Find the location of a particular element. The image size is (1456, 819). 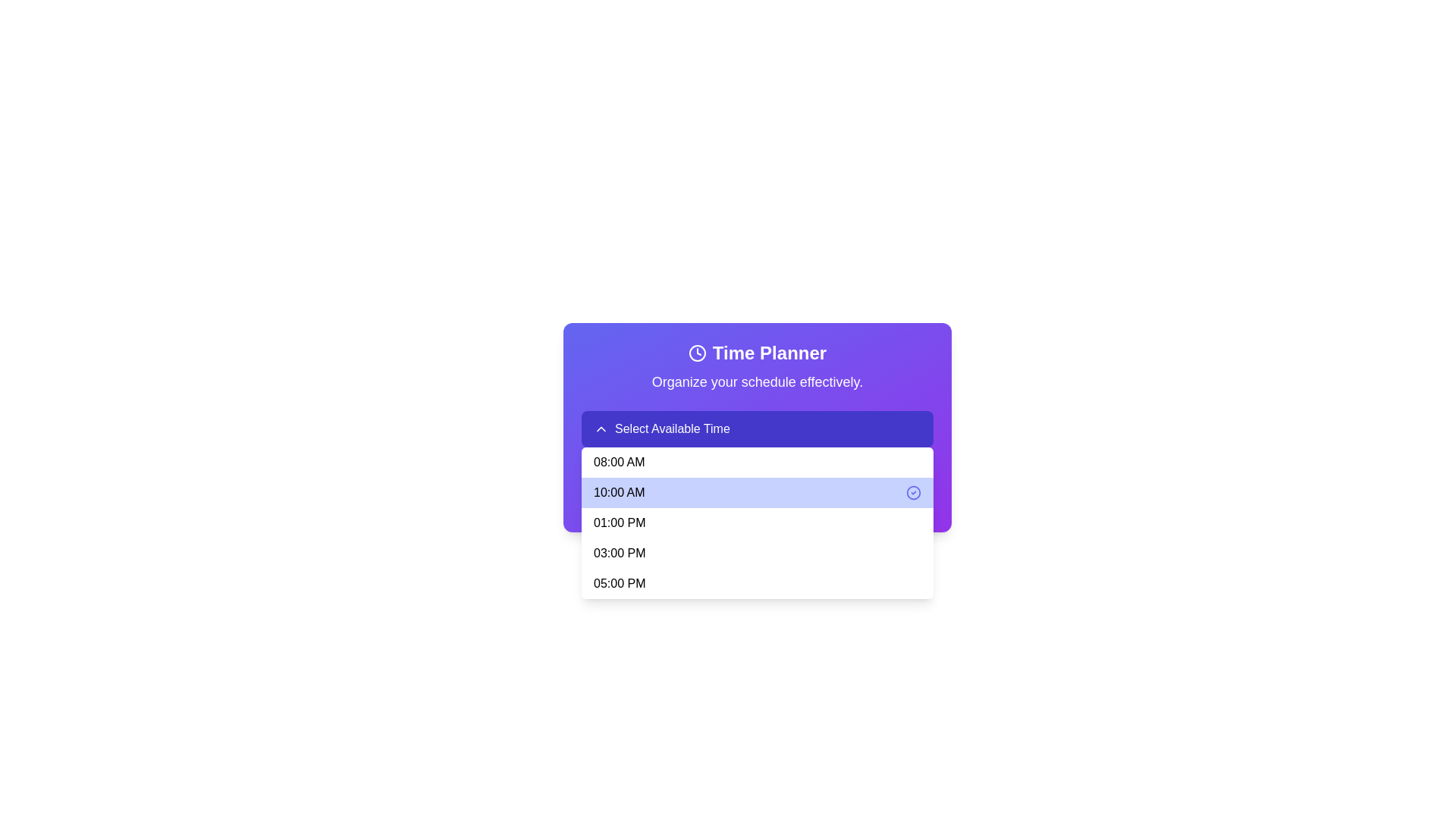

context provided by the Text Label that explains the displayed time value, located below the header and above the time '10:00 AM' is located at coordinates (757, 475).